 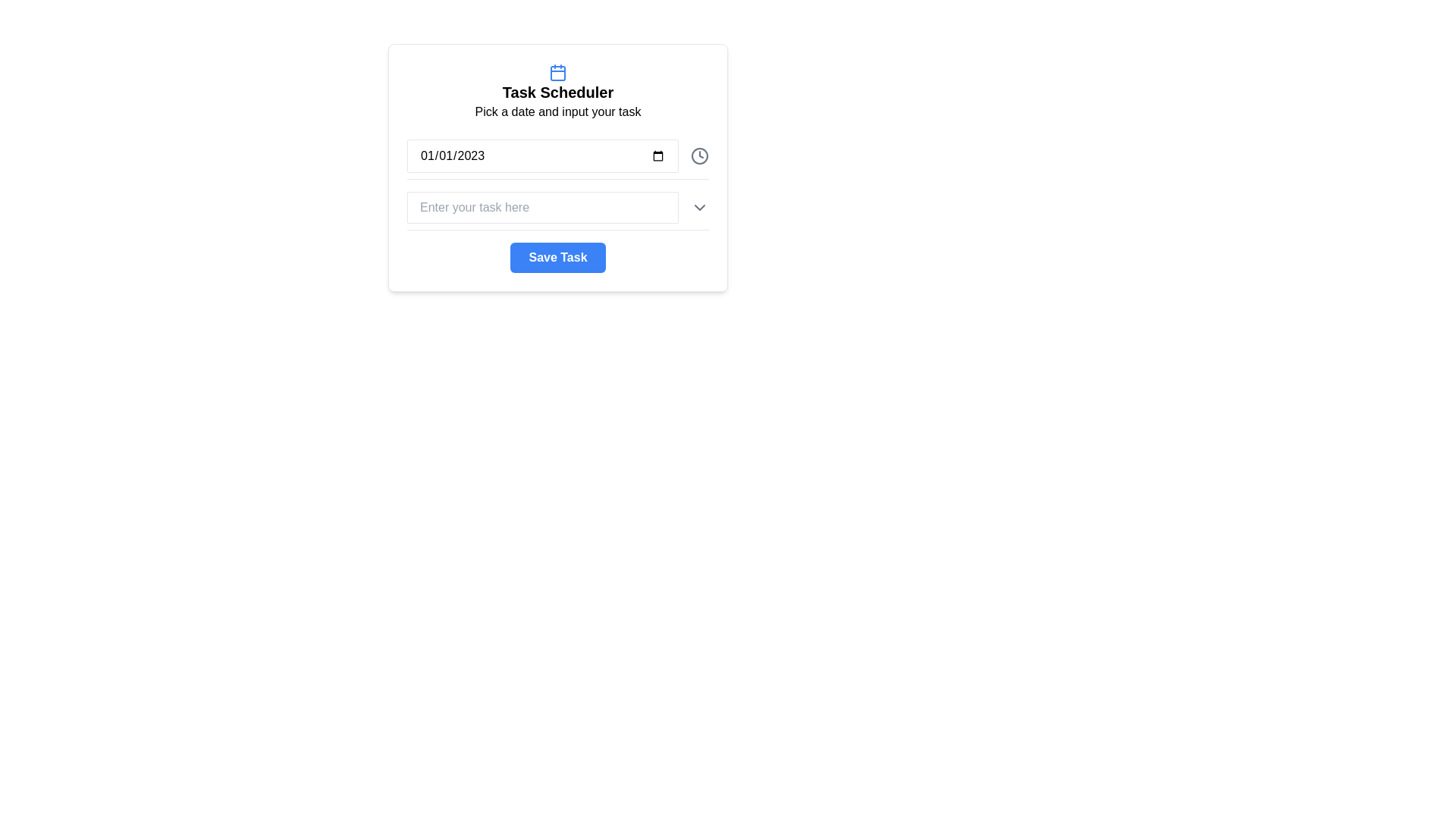 What do you see at coordinates (698, 155) in the screenshot?
I see `the clock icon, which is a gray outlined circular icon with two hands representing a clock, located adjacent to the right of the date input field` at bounding box center [698, 155].